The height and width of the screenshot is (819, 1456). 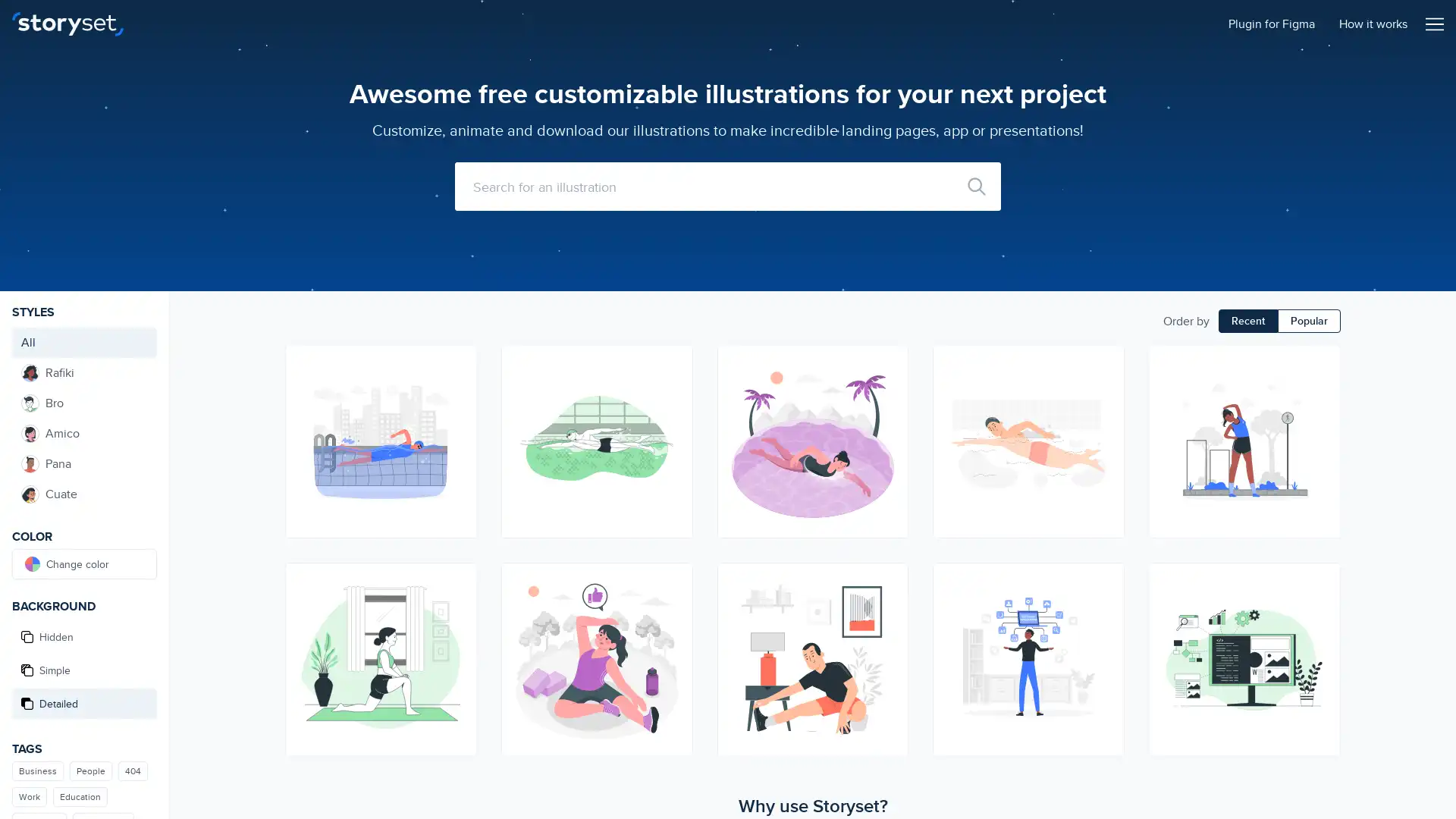 What do you see at coordinates (673, 418) in the screenshot?
I see `Pinterest icon Save` at bounding box center [673, 418].